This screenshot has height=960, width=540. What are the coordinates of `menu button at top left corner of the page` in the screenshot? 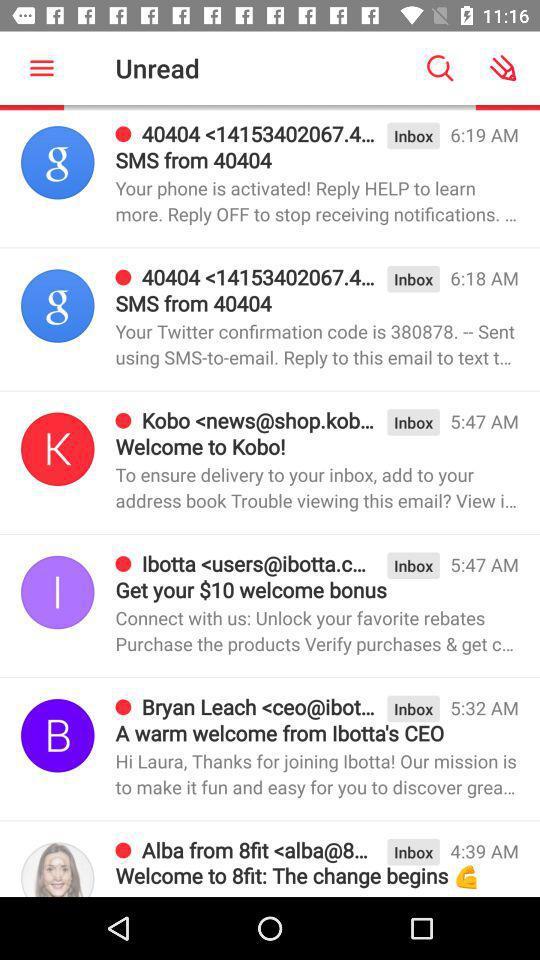 It's located at (42, 67).